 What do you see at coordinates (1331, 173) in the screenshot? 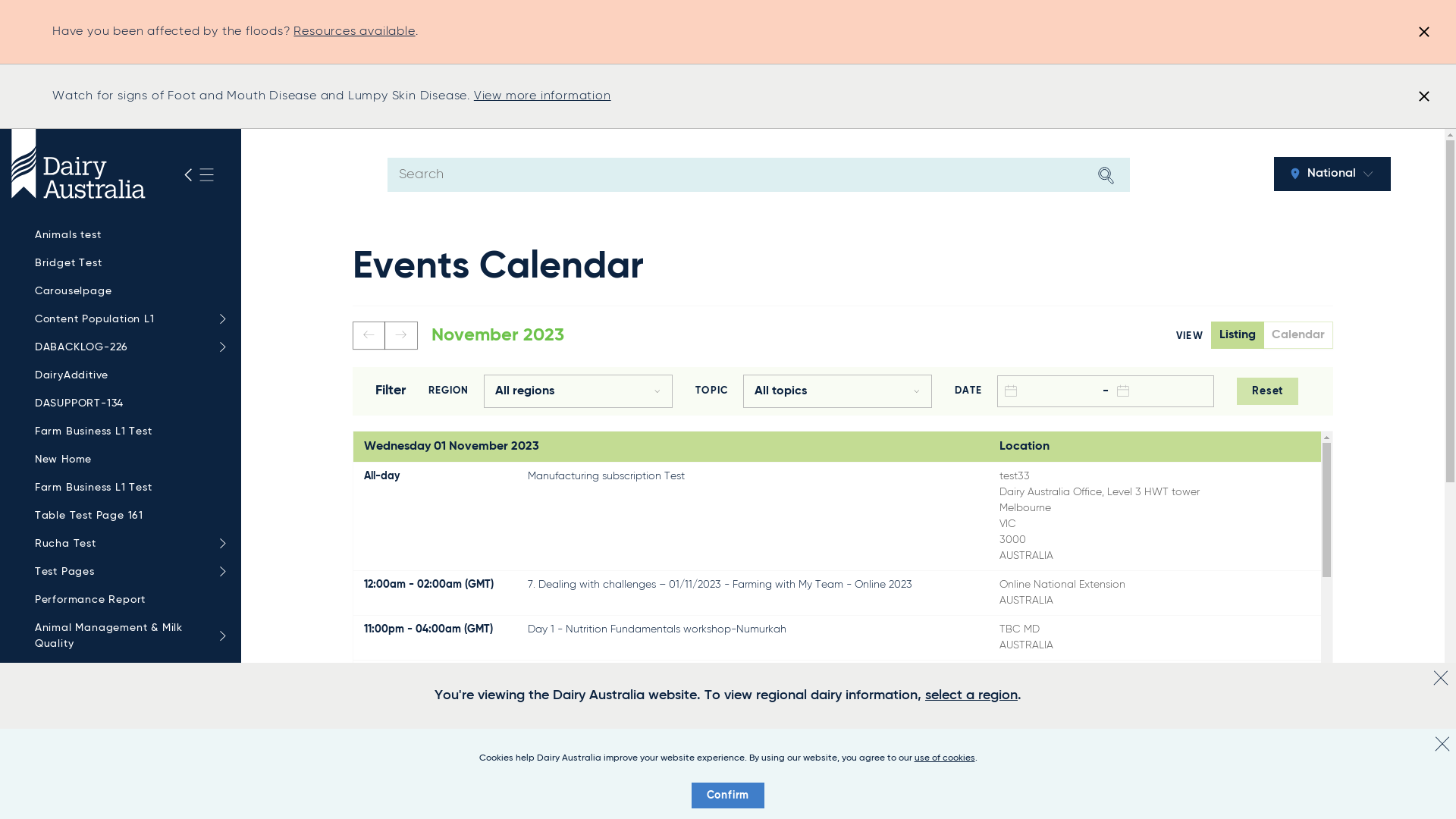
I see `'National'` at bounding box center [1331, 173].